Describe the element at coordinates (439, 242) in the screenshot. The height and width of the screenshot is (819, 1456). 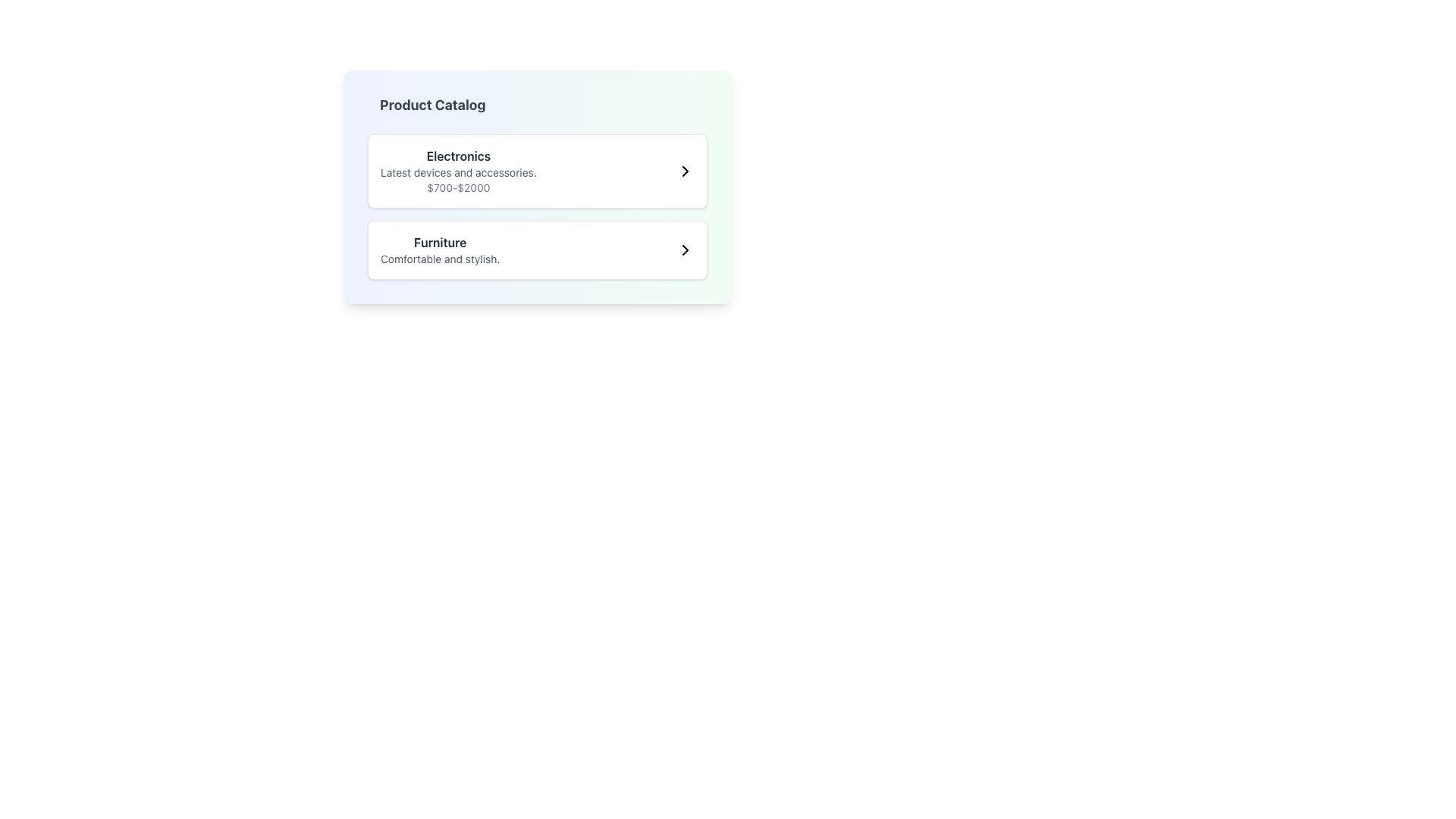
I see `the static text element that serves as a header for the 'Furniture' section, which is located near the top of the section and is centered horizontally` at that location.